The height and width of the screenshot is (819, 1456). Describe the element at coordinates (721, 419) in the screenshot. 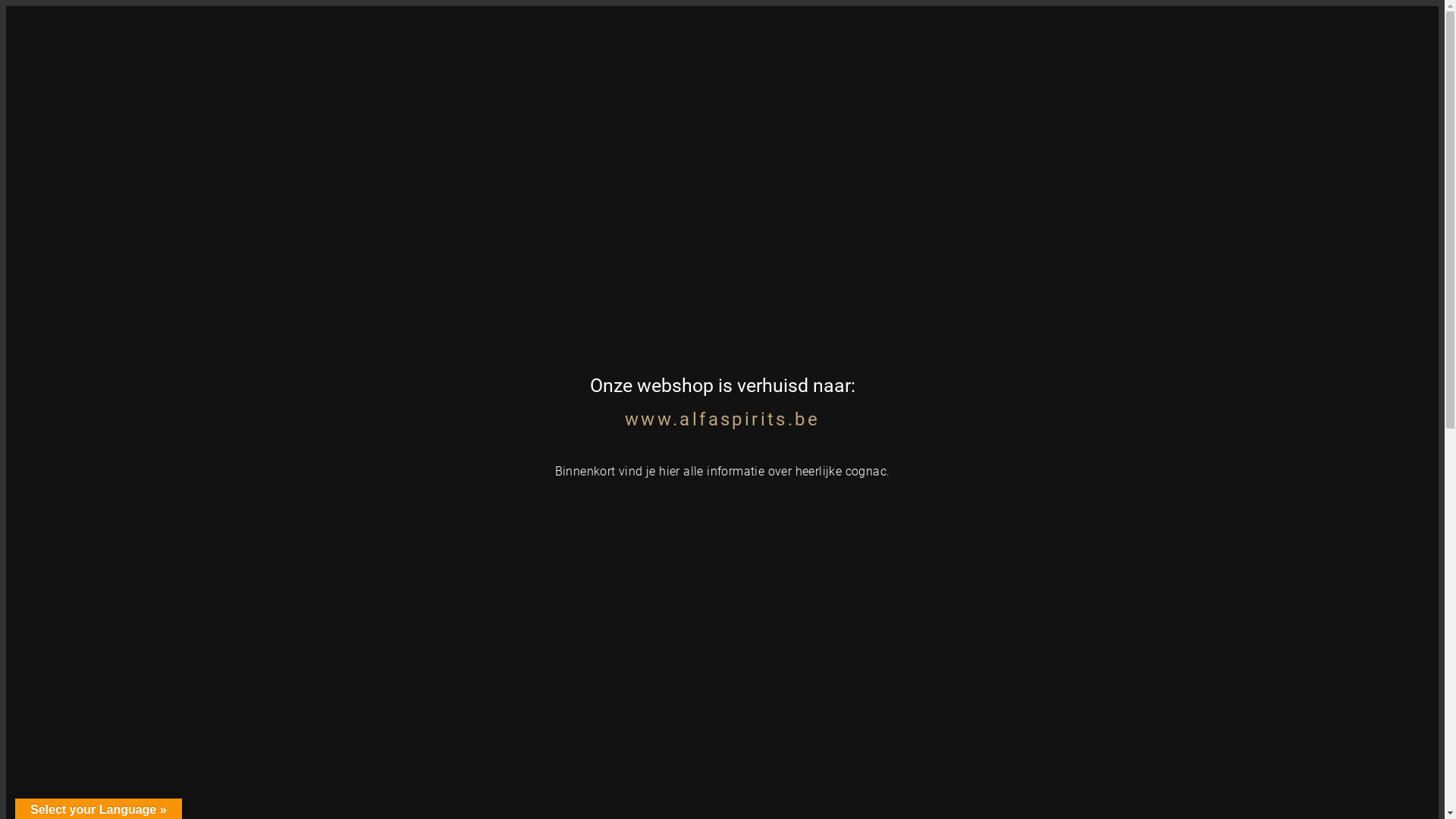

I see `'www.alfaspirits.be'` at that location.